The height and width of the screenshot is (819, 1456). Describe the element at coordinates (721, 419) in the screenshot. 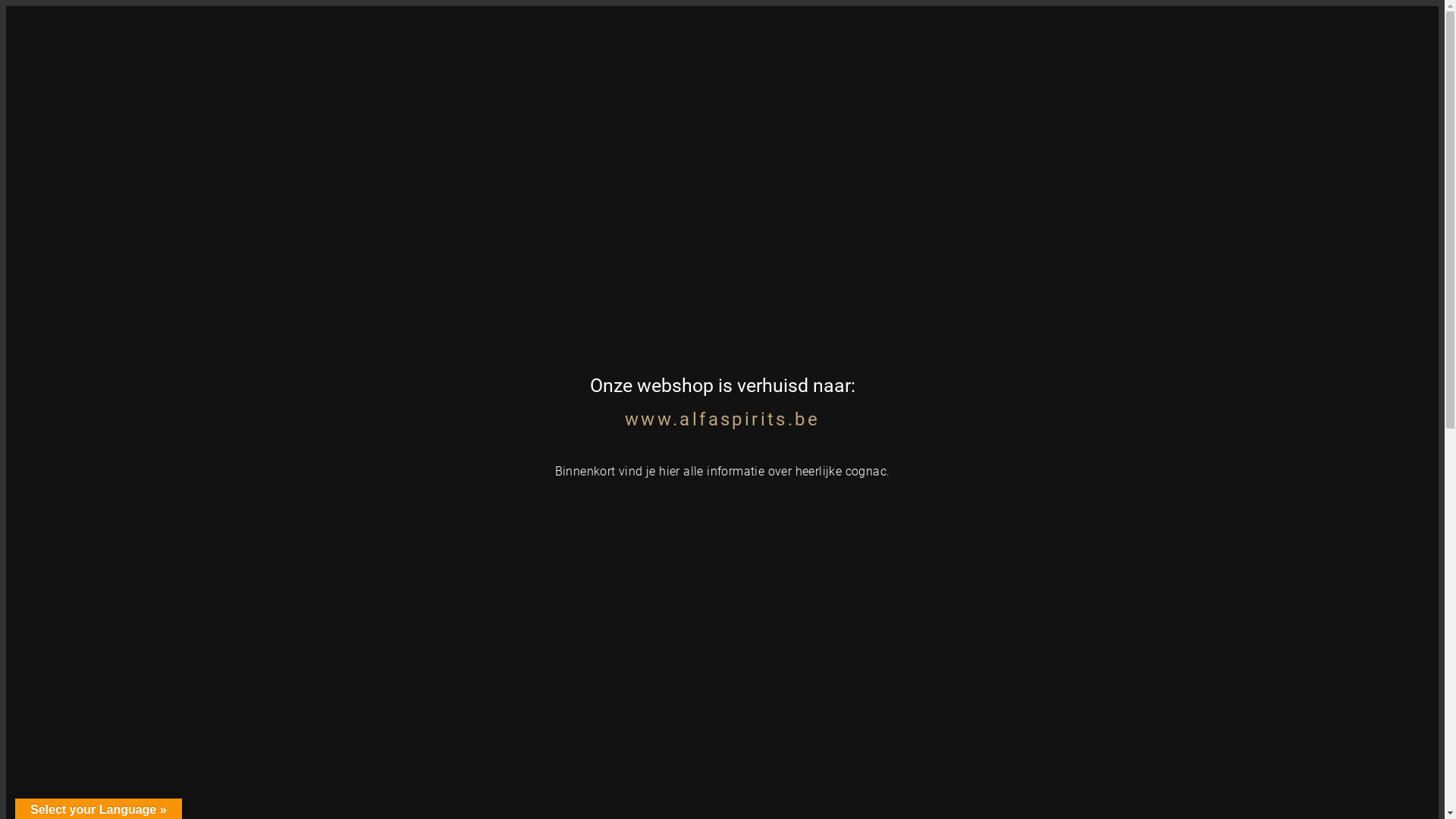

I see `'www.alfaspirits.be'` at that location.